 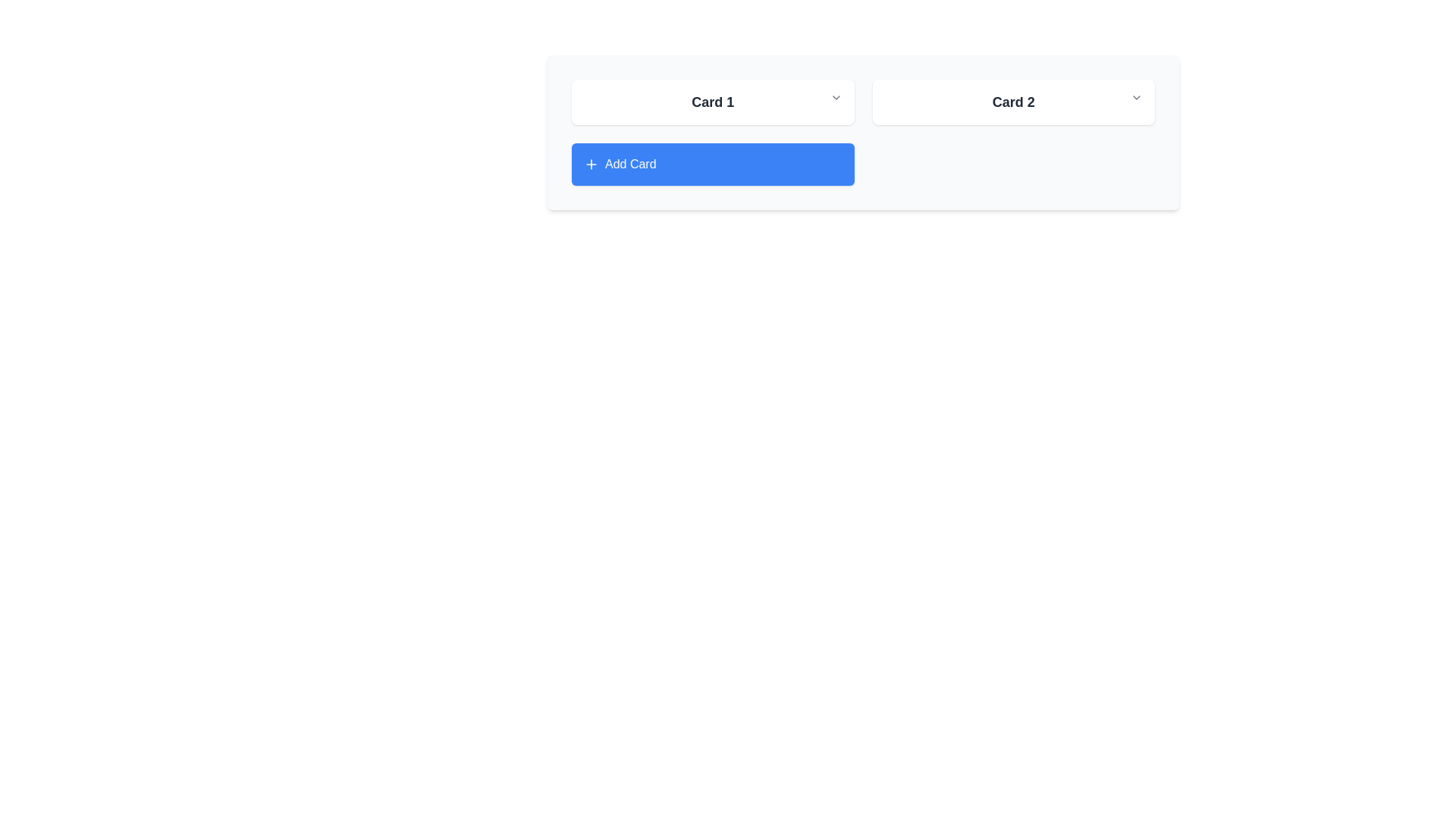 I want to click on the interactive button with an arrow icon located in the top-right corner of 'Card 2', so click(x=1136, y=97).